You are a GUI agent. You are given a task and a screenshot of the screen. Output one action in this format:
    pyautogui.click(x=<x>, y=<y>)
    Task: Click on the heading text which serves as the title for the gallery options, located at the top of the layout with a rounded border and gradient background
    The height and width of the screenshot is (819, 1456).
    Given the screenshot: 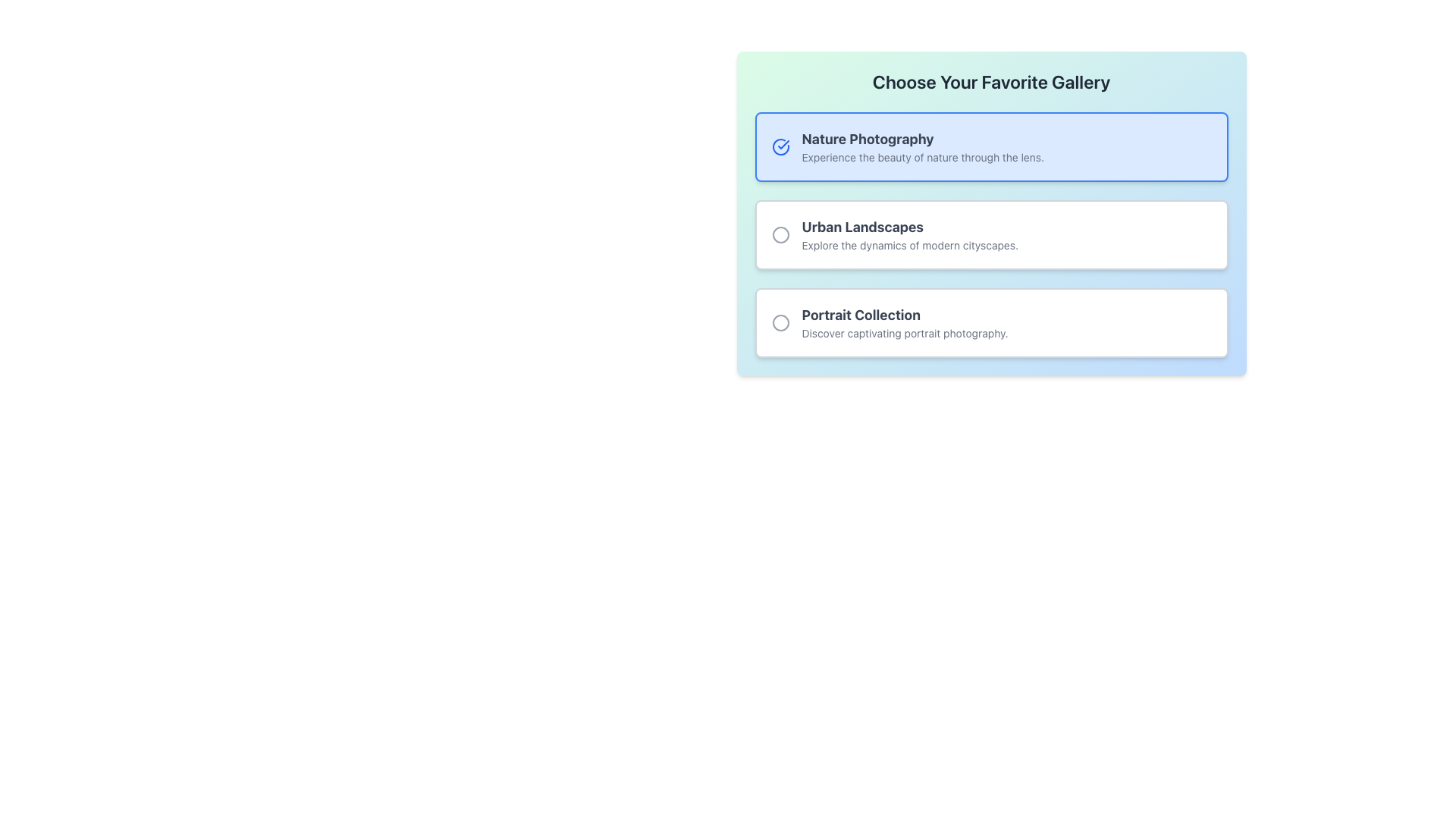 What is the action you would take?
    pyautogui.click(x=991, y=82)
    